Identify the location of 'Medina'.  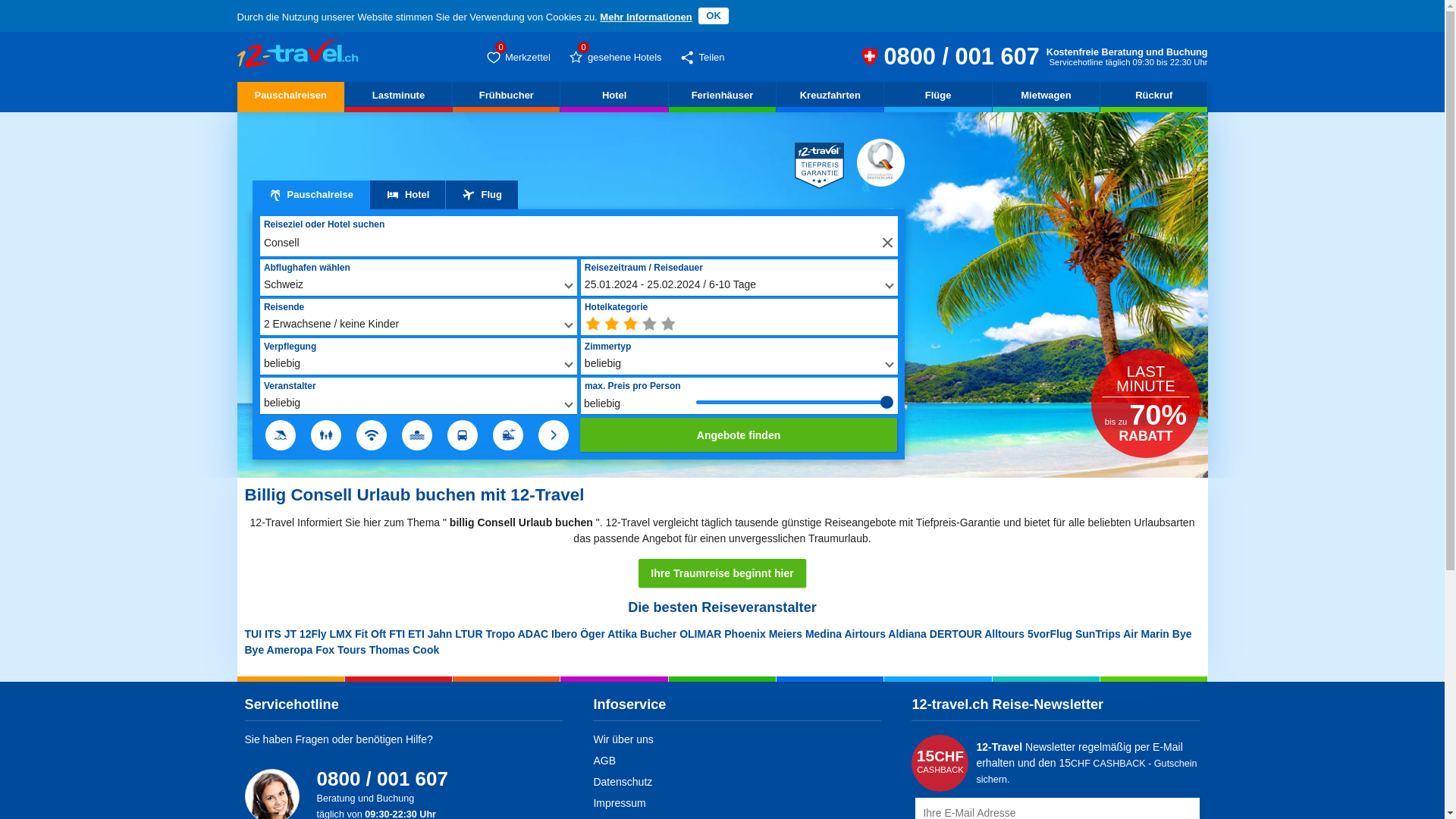
(804, 634).